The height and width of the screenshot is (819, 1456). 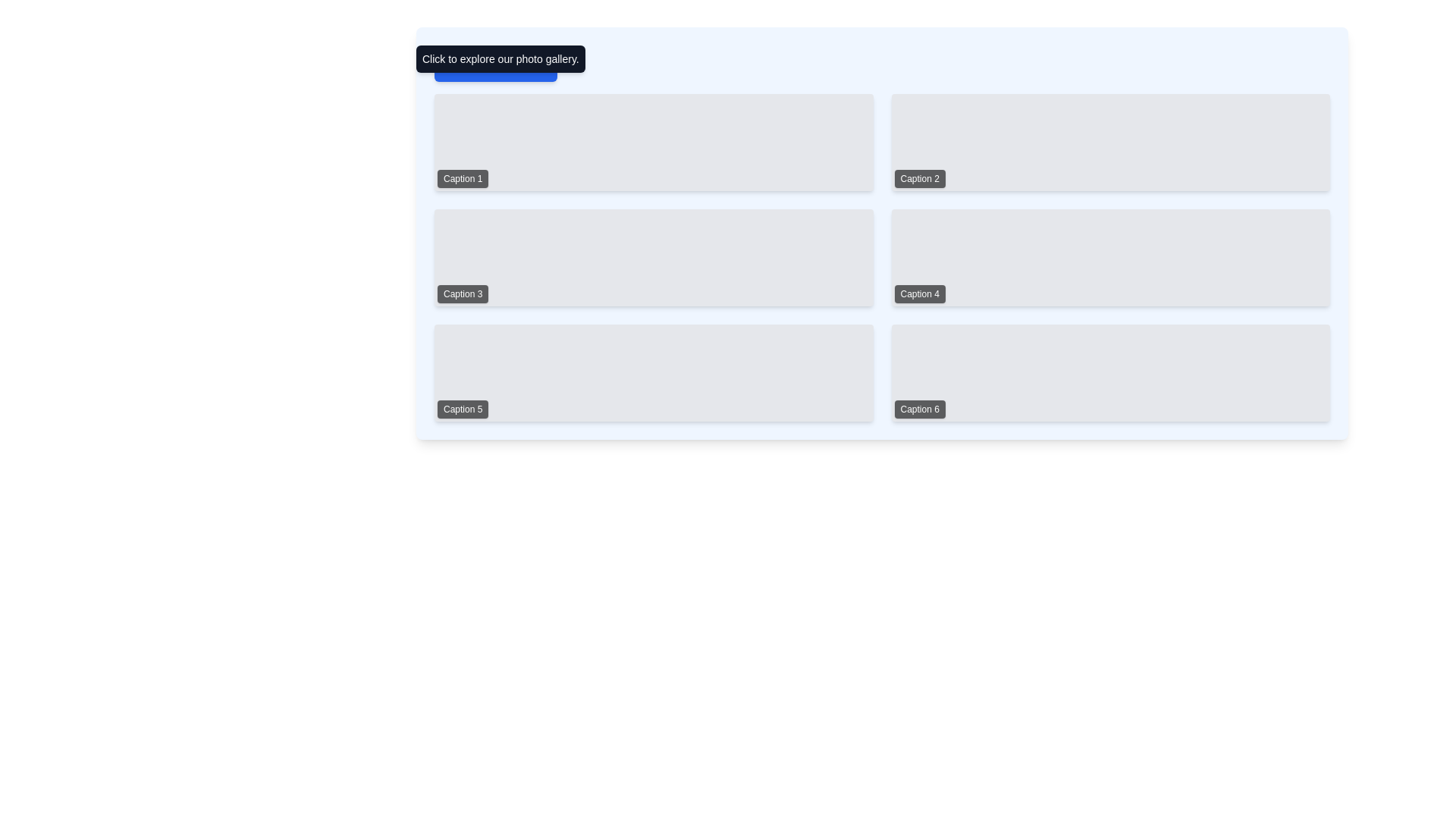 What do you see at coordinates (462, 409) in the screenshot?
I see `the Text Label displaying 'Caption 5', which has a black background and white text, located in the bottom-left corner of the fifth grid cell` at bounding box center [462, 409].